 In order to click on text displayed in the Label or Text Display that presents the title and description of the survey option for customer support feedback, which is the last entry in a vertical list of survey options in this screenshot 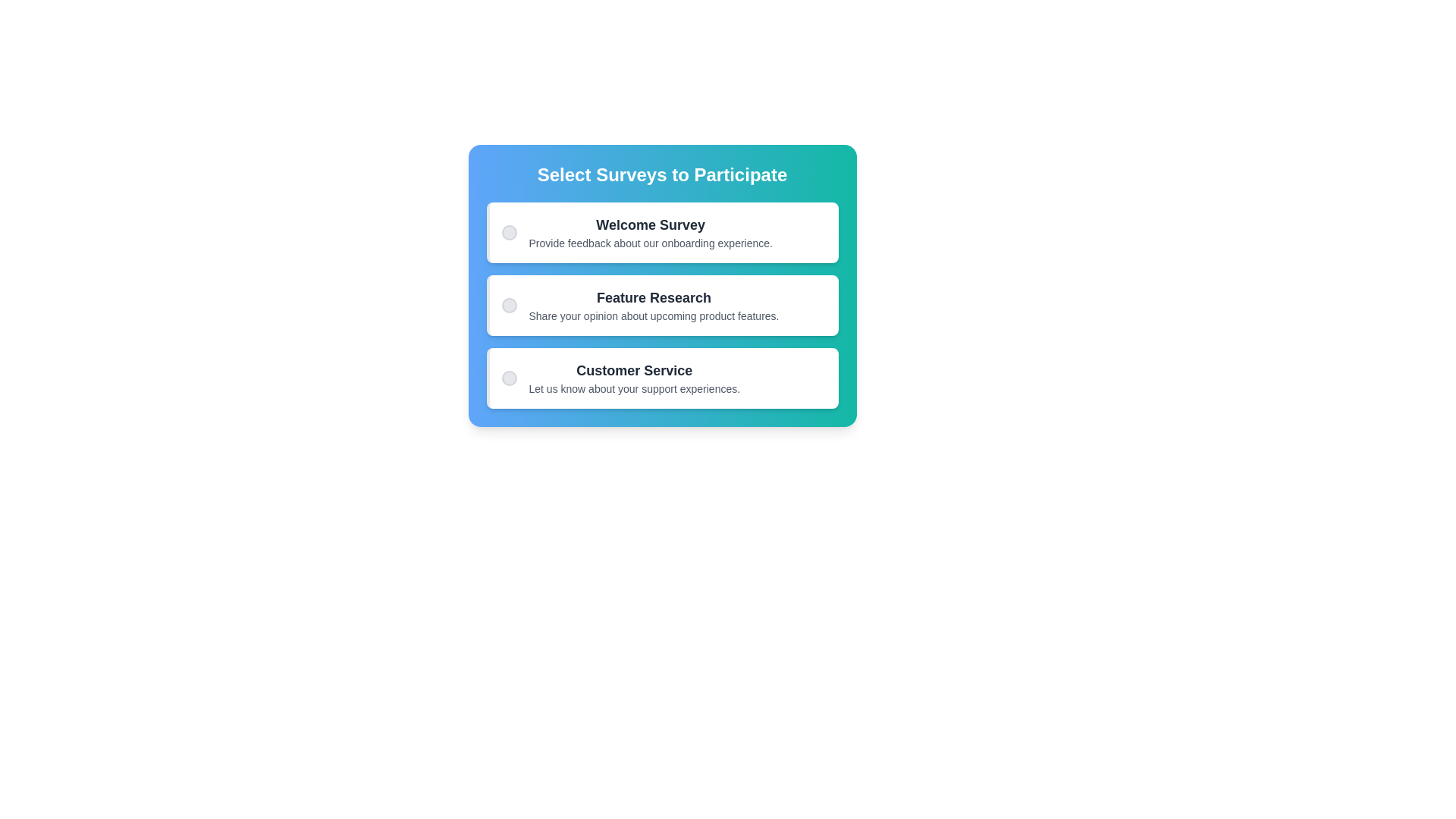, I will do `click(634, 377)`.